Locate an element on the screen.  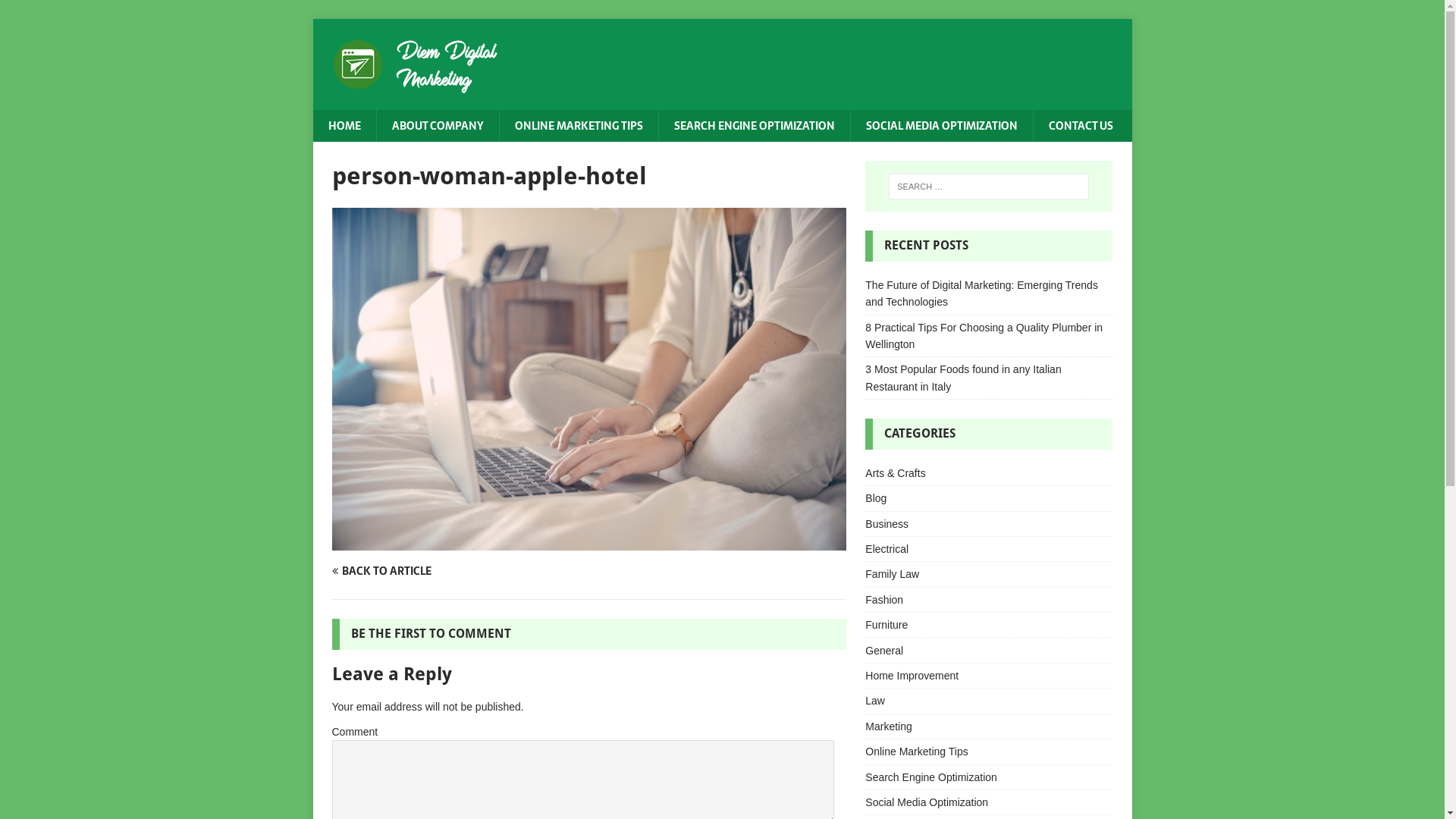
'Family Law' is located at coordinates (989, 573).